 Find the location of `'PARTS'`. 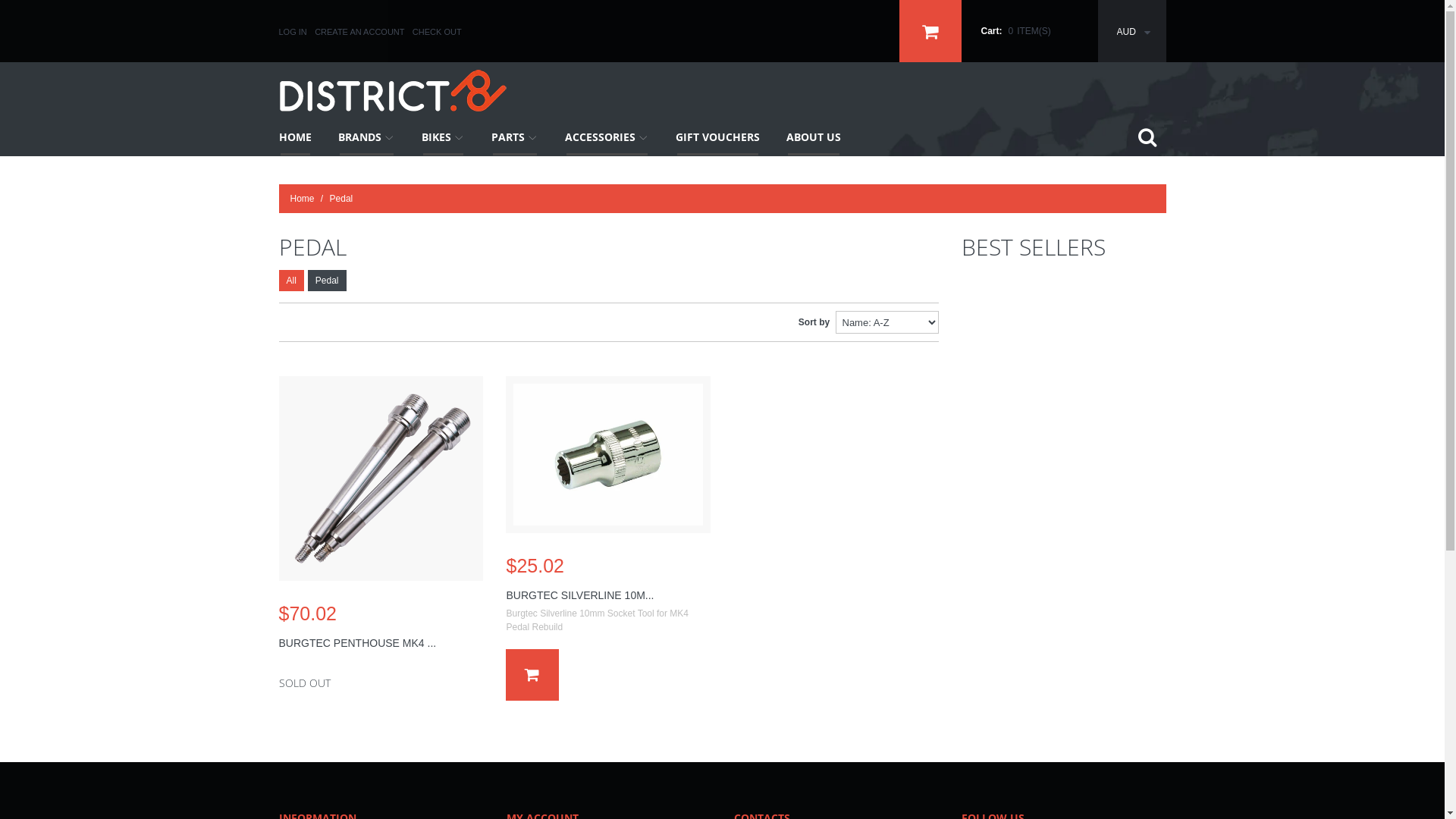

'PARTS' is located at coordinates (479, 137).